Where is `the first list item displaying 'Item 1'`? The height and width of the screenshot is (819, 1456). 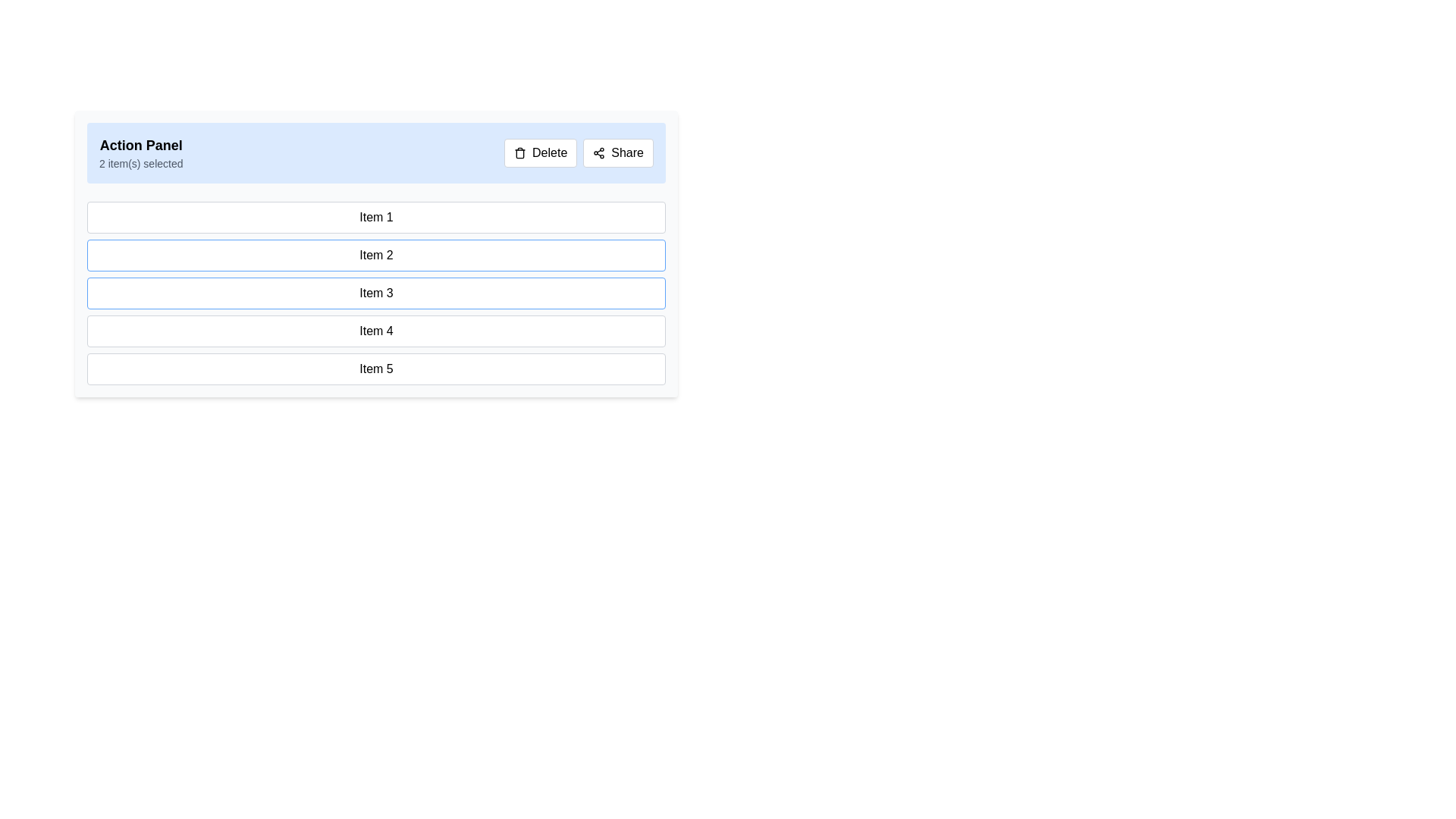
the first list item displaying 'Item 1' is located at coordinates (376, 217).